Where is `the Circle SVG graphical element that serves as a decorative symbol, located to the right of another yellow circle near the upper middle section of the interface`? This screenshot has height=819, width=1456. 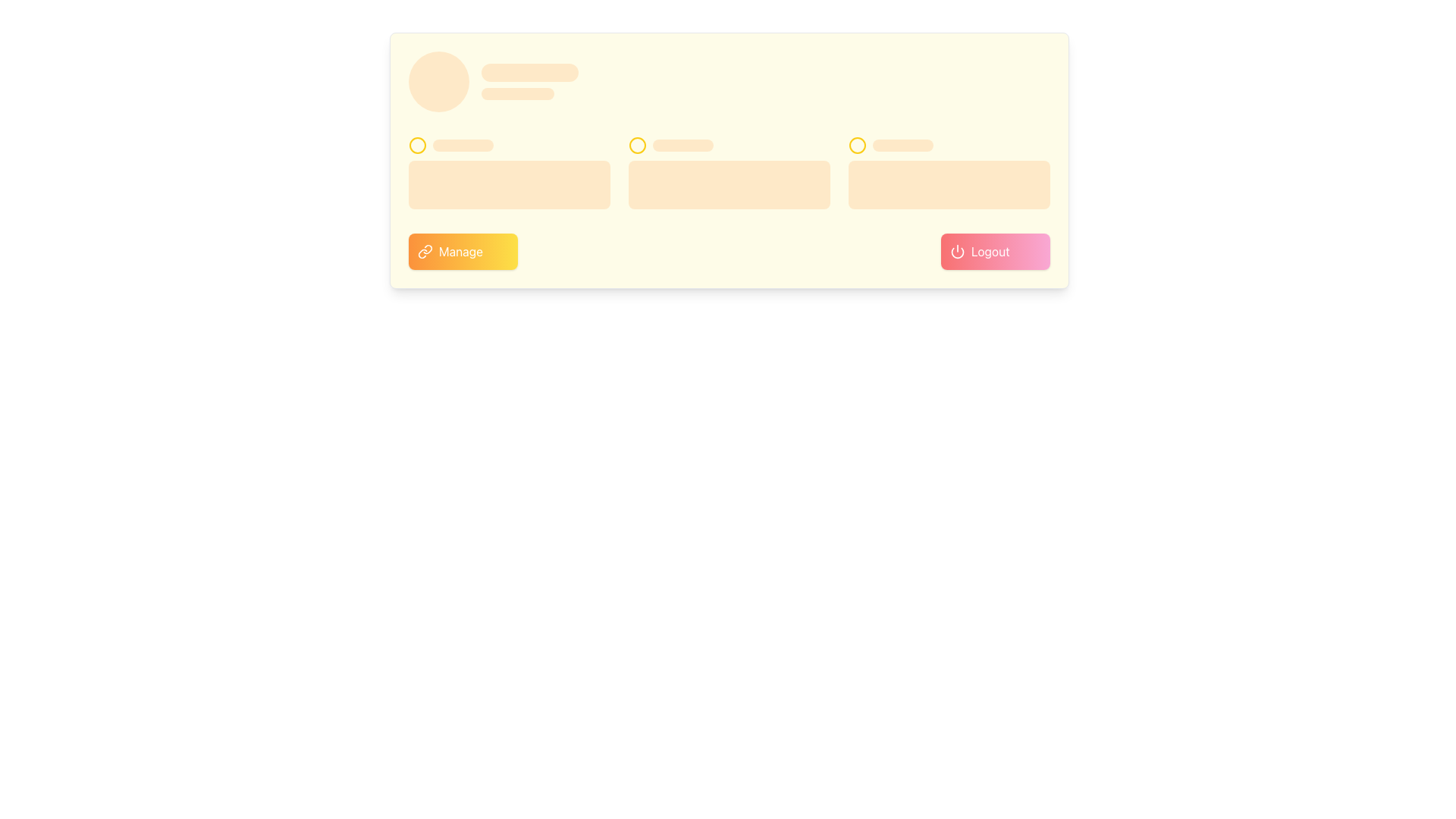 the Circle SVG graphical element that serves as a decorative symbol, located to the right of another yellow circle near the upper middle section of the interface is located at coordinates (858, 146).